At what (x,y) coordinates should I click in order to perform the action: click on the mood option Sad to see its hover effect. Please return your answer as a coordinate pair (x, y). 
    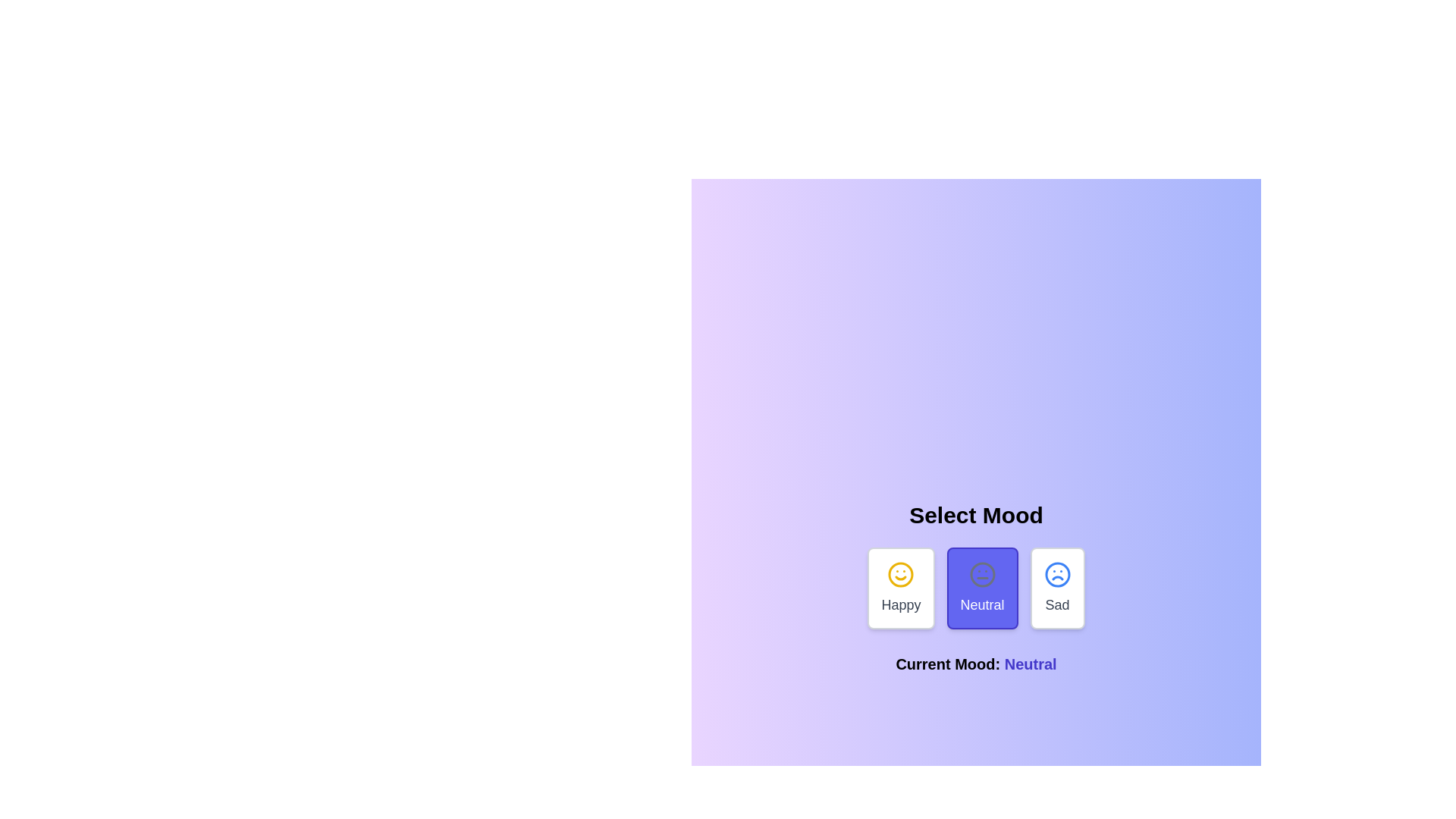
    Looking at the image, I should click on (1056, 587).